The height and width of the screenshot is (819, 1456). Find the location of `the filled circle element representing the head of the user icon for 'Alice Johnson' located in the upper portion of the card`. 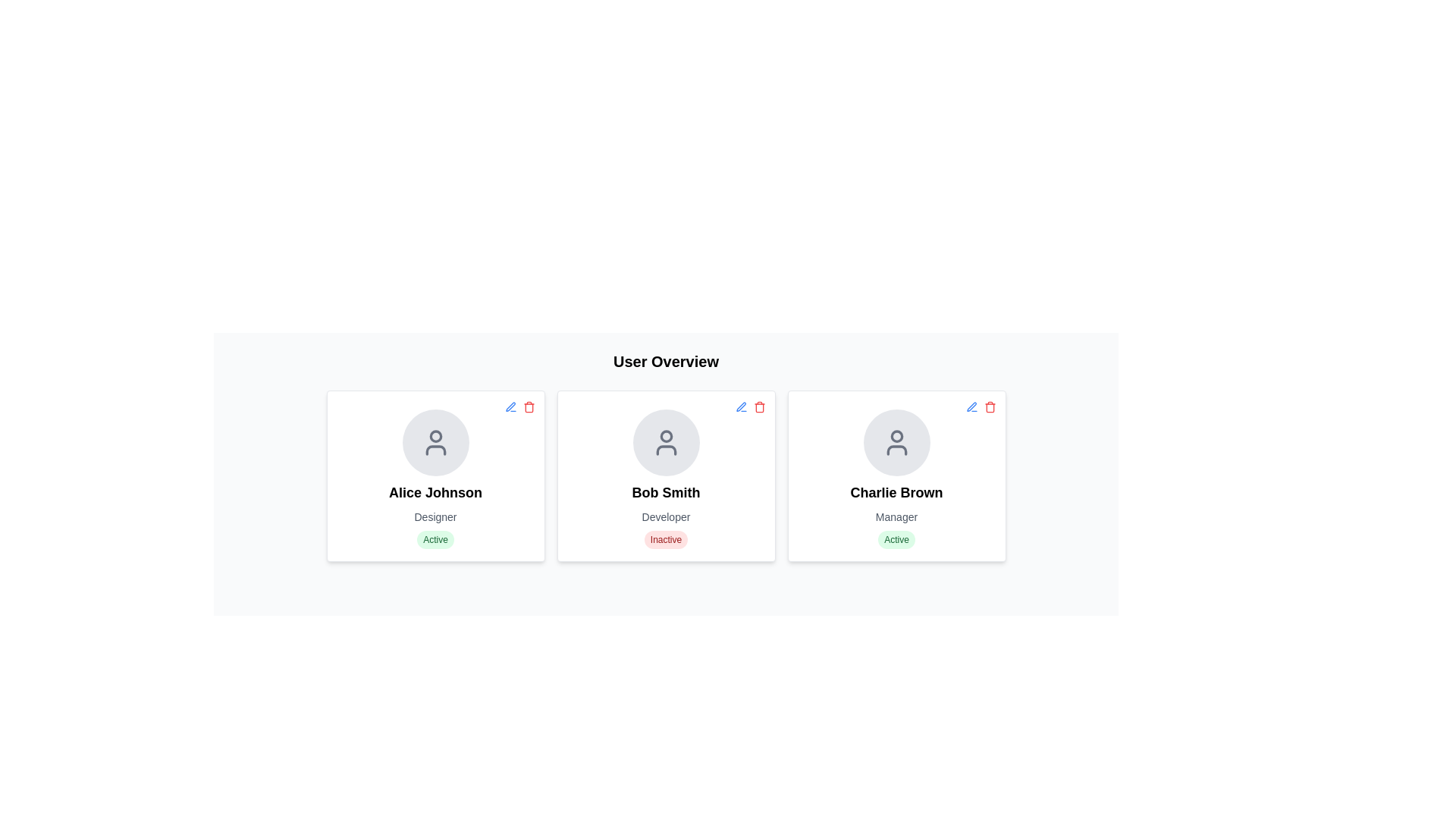

the filled circle element representing the head of the user icon for 'Alice Johnson' located in the upper portion of the card is located at coordinates (435, 436).